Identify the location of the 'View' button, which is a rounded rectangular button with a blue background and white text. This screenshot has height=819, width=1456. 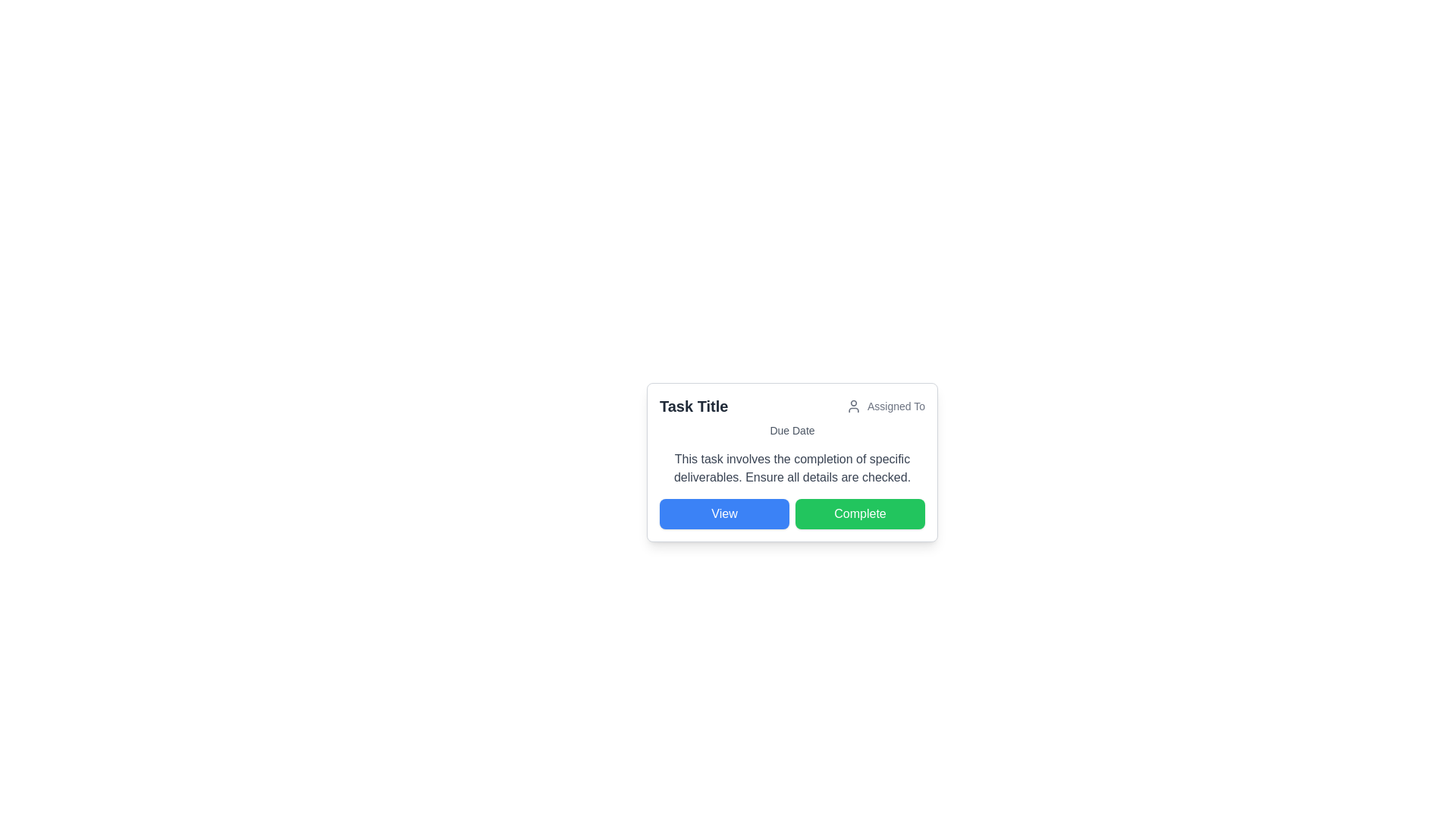
(723, 513).